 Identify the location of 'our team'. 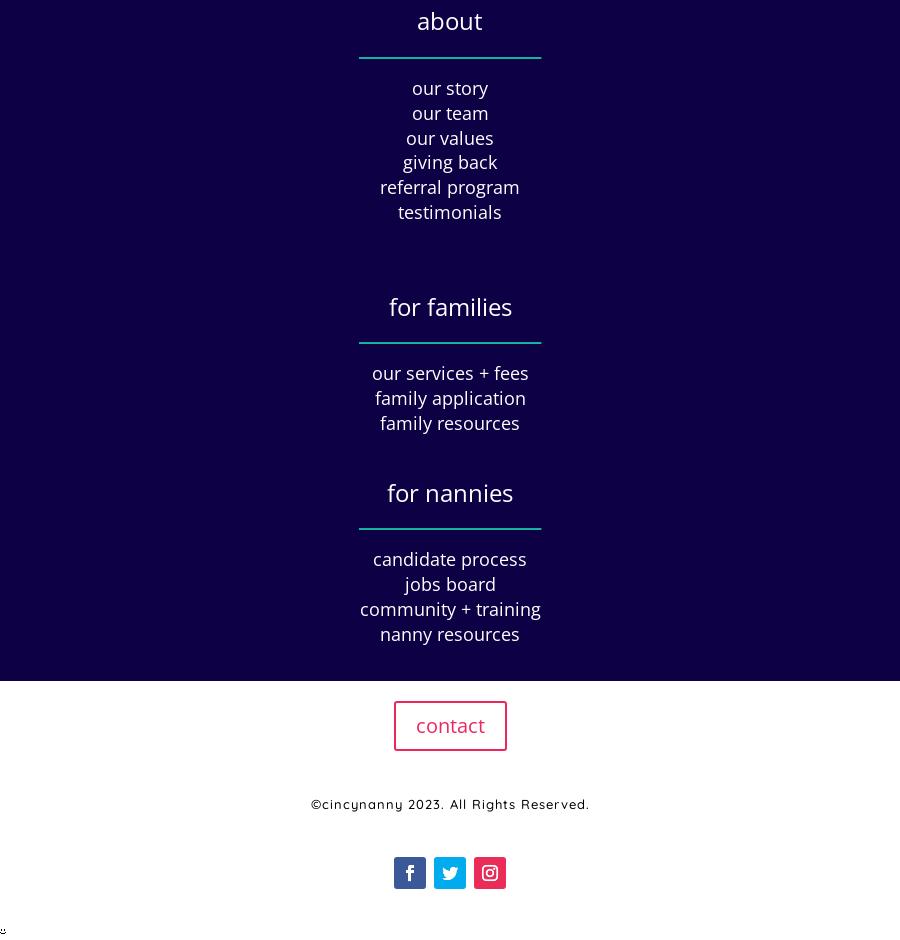
(449, 111).